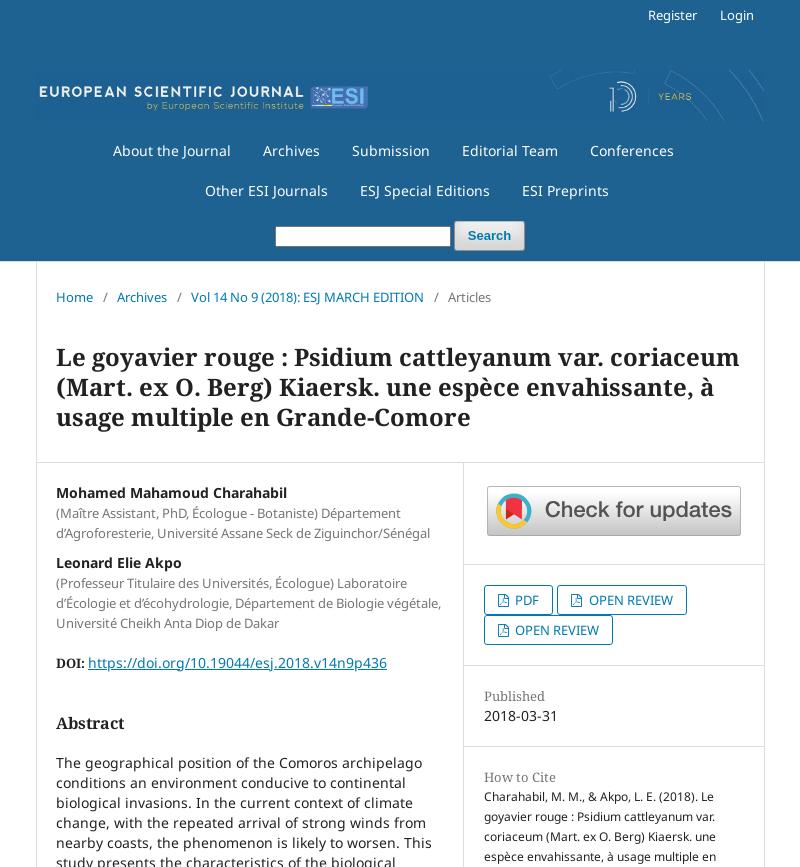  What do you see at coordinates (117, 560) in the screenshot?
I see `'Leonard Elie Akpo'` at bounding box center [117, 560].